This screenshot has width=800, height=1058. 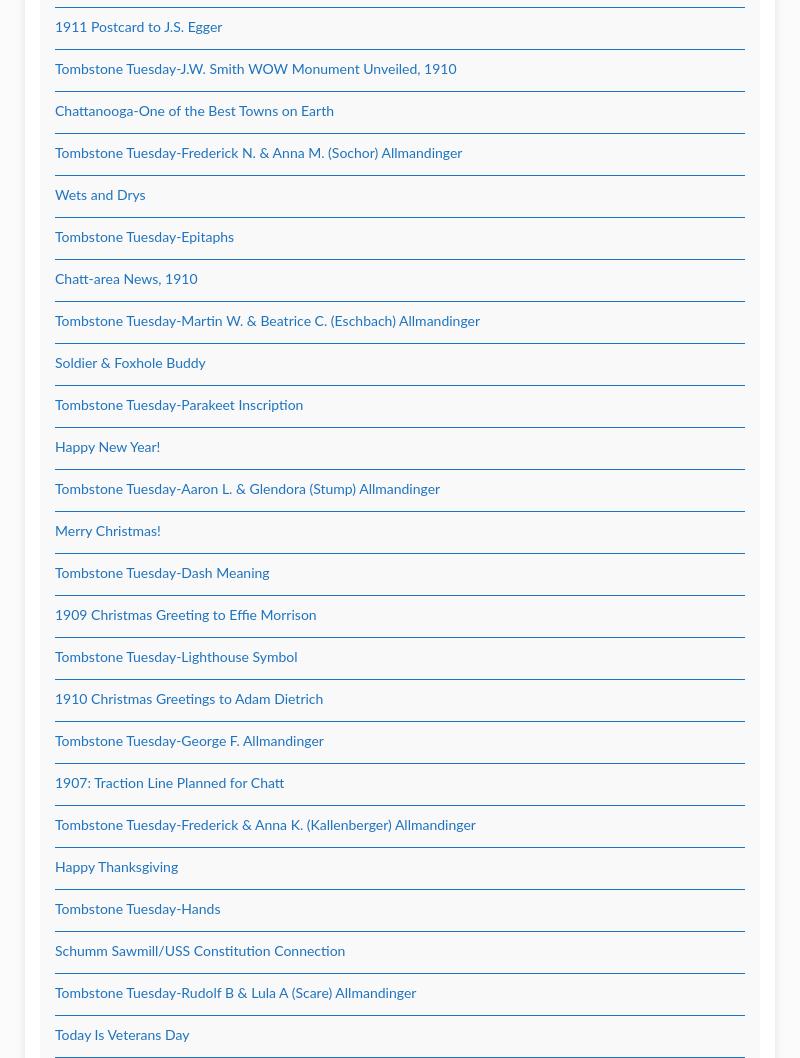 I want to click on 'Today Is Veterans Day', so click(x=54, y=1034).